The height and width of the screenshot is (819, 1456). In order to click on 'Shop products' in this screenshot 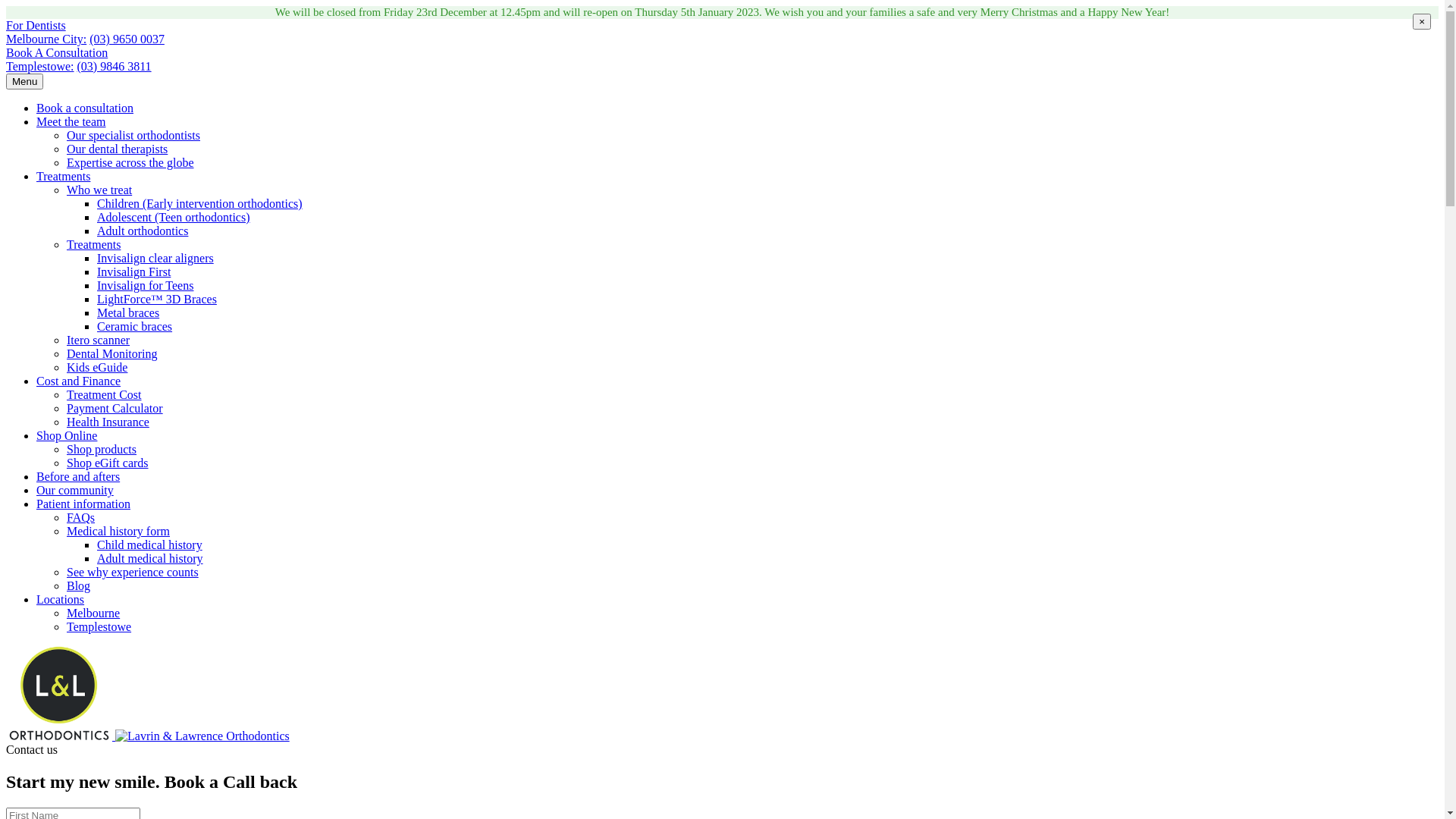, I will do `click(101, 448)`.